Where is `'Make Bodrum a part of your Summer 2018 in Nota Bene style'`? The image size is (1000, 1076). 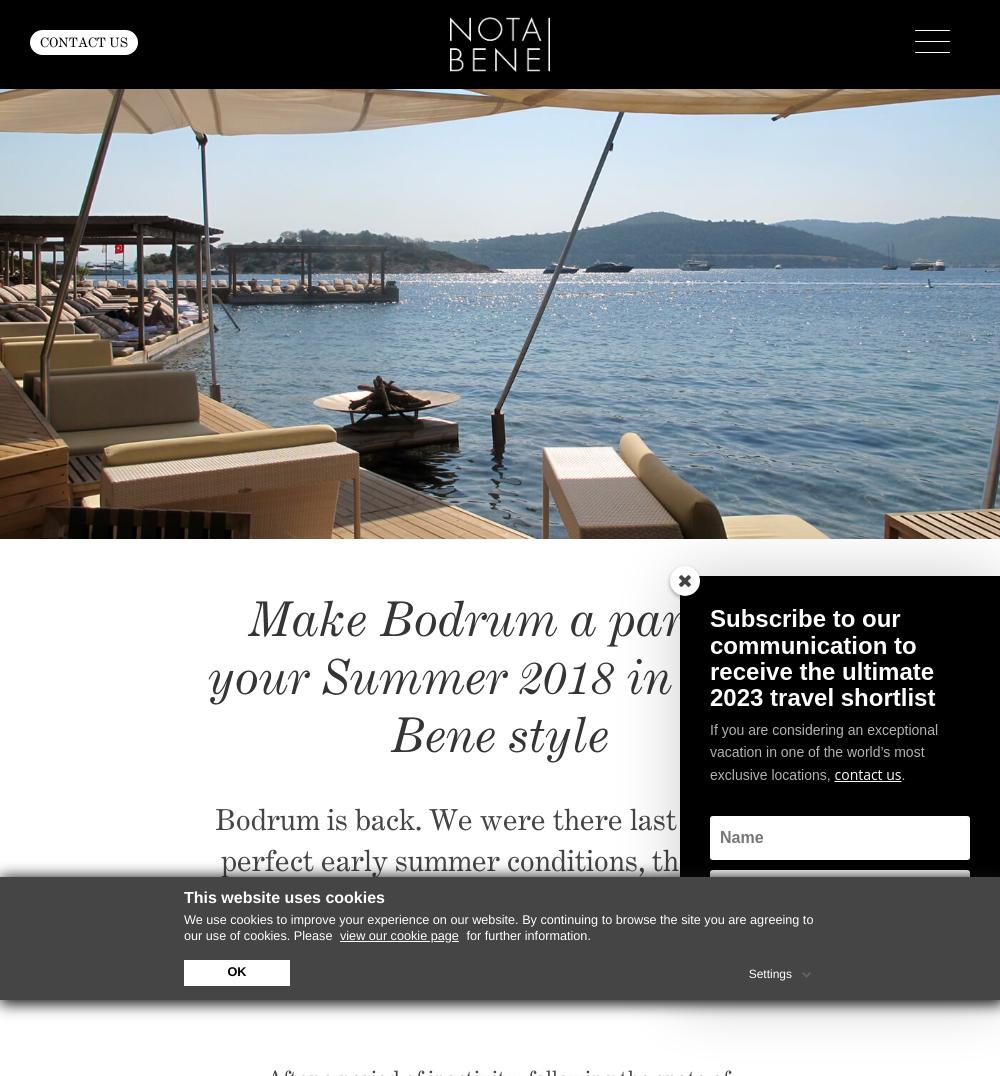
'Make Bodrum a part of your Summer 2018 in Nota Bene style' is located at coordinates (207, 676).